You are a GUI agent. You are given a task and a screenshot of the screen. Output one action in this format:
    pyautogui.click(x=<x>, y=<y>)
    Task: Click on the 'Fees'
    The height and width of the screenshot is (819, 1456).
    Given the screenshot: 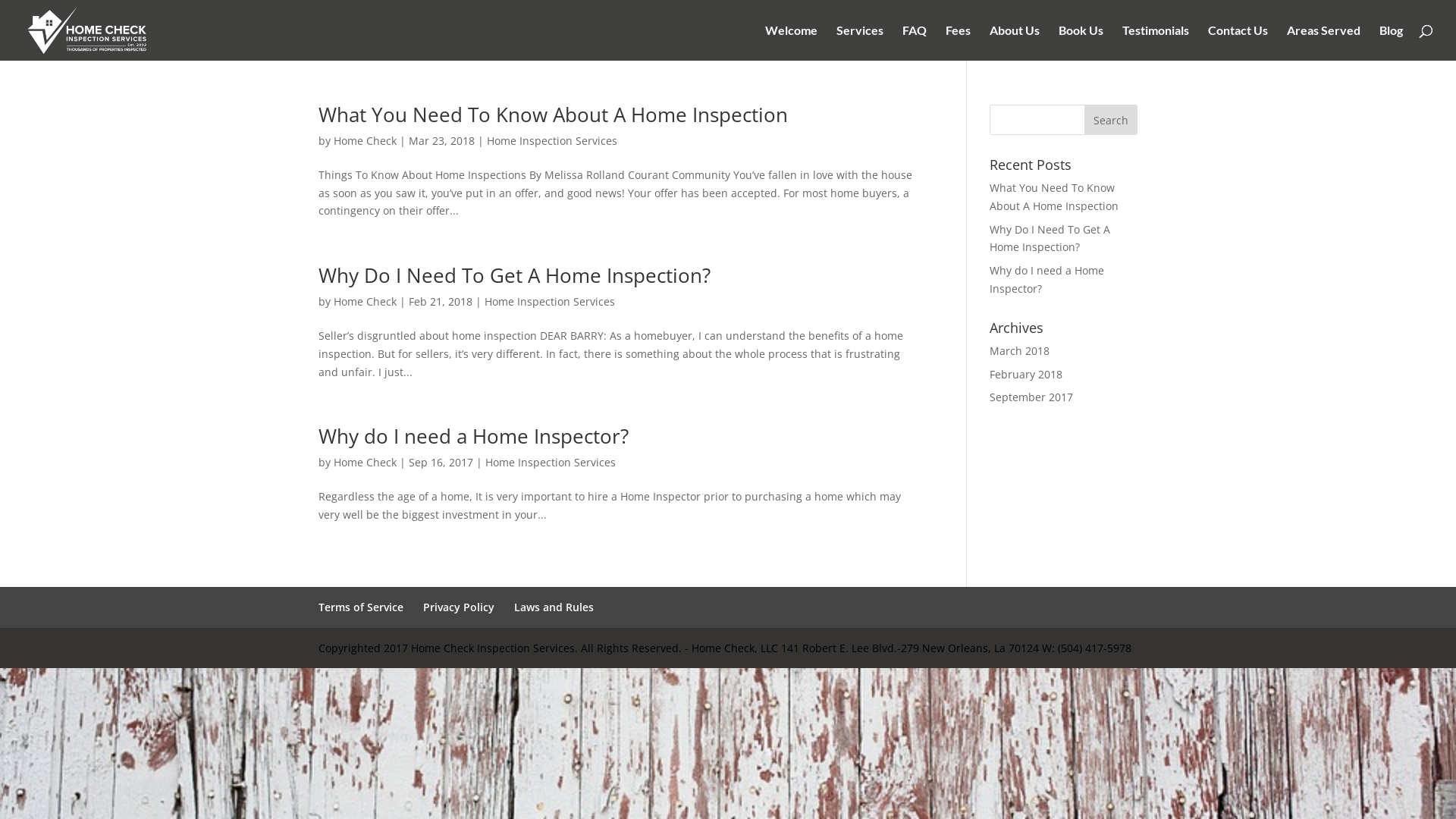 What is the action you would take?
    pyautogui.click(x=957, y=42)
    